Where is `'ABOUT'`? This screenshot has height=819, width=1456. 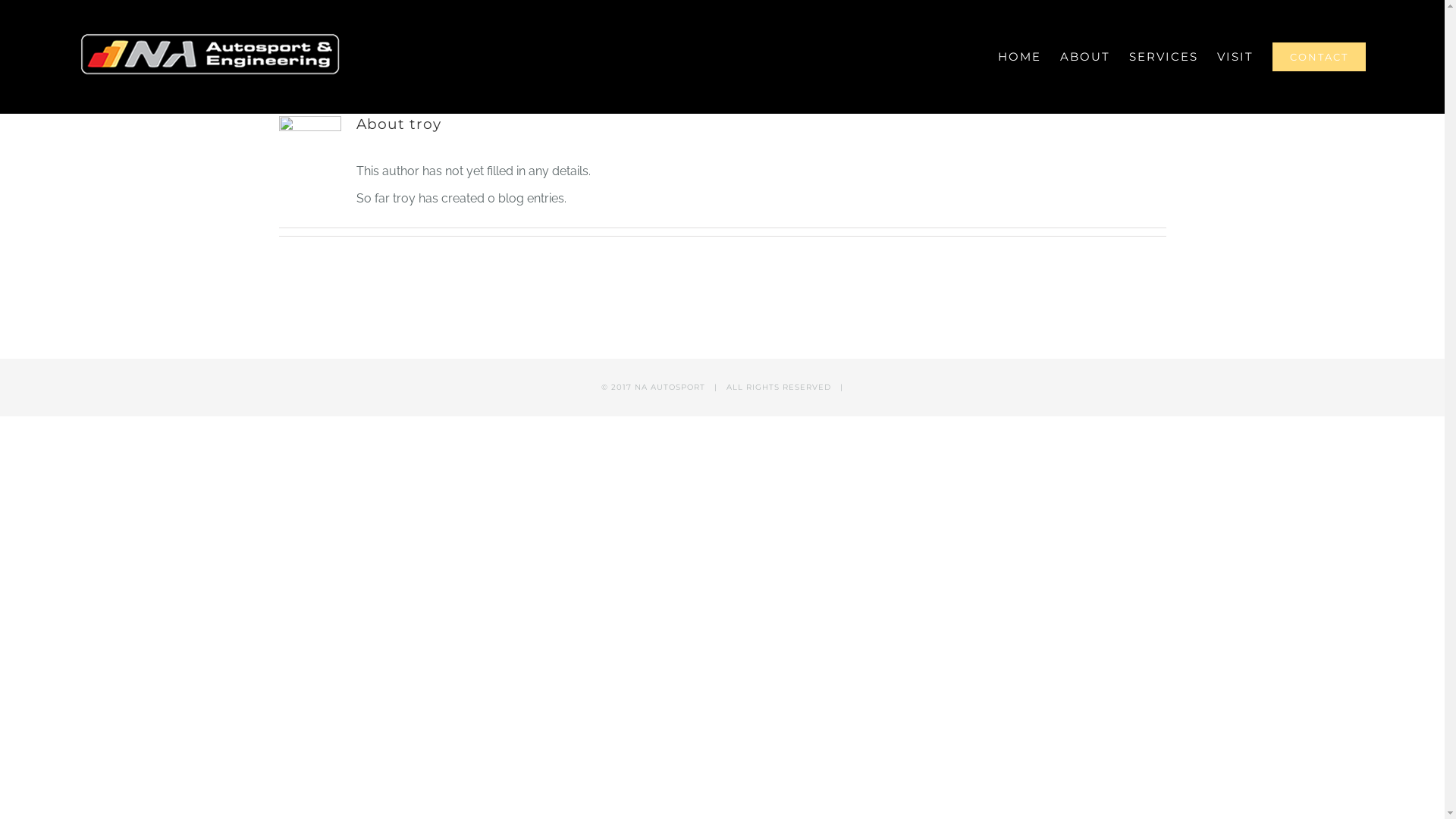
'ABOUT' is located at coordinates (1084, 55).